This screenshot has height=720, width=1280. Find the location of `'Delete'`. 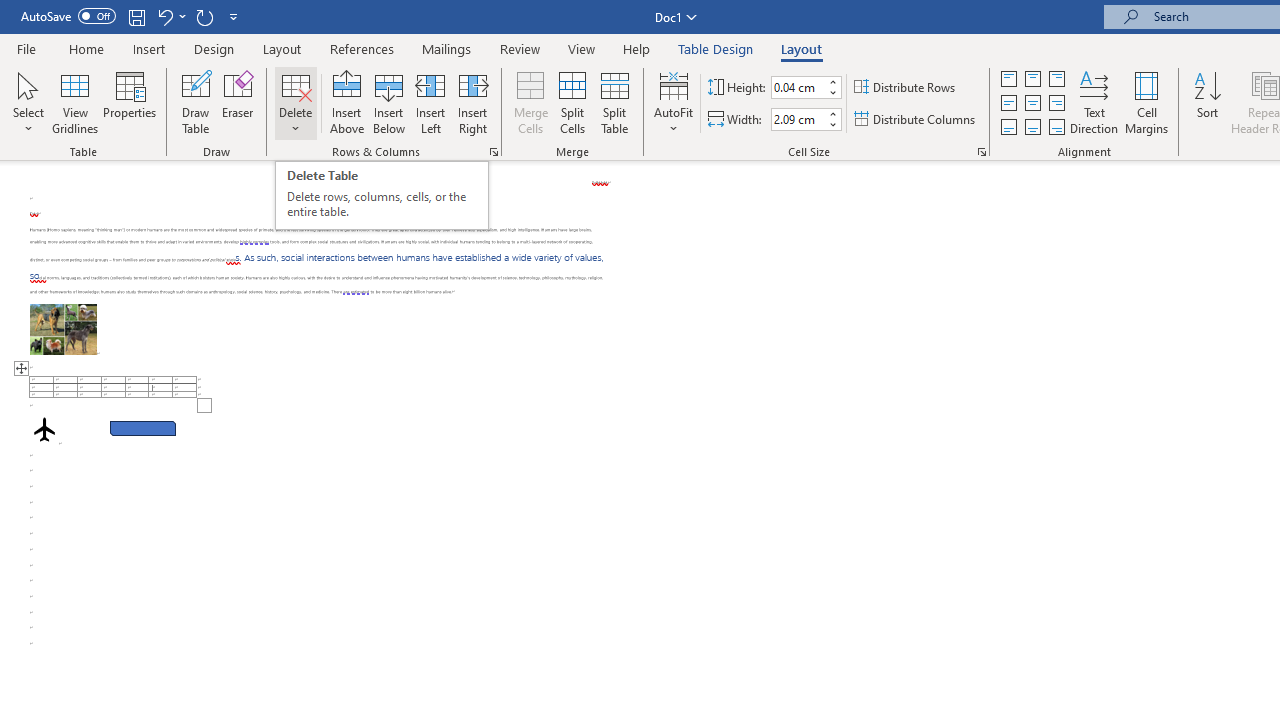

'Delete' is located at coordinates (295, 103).